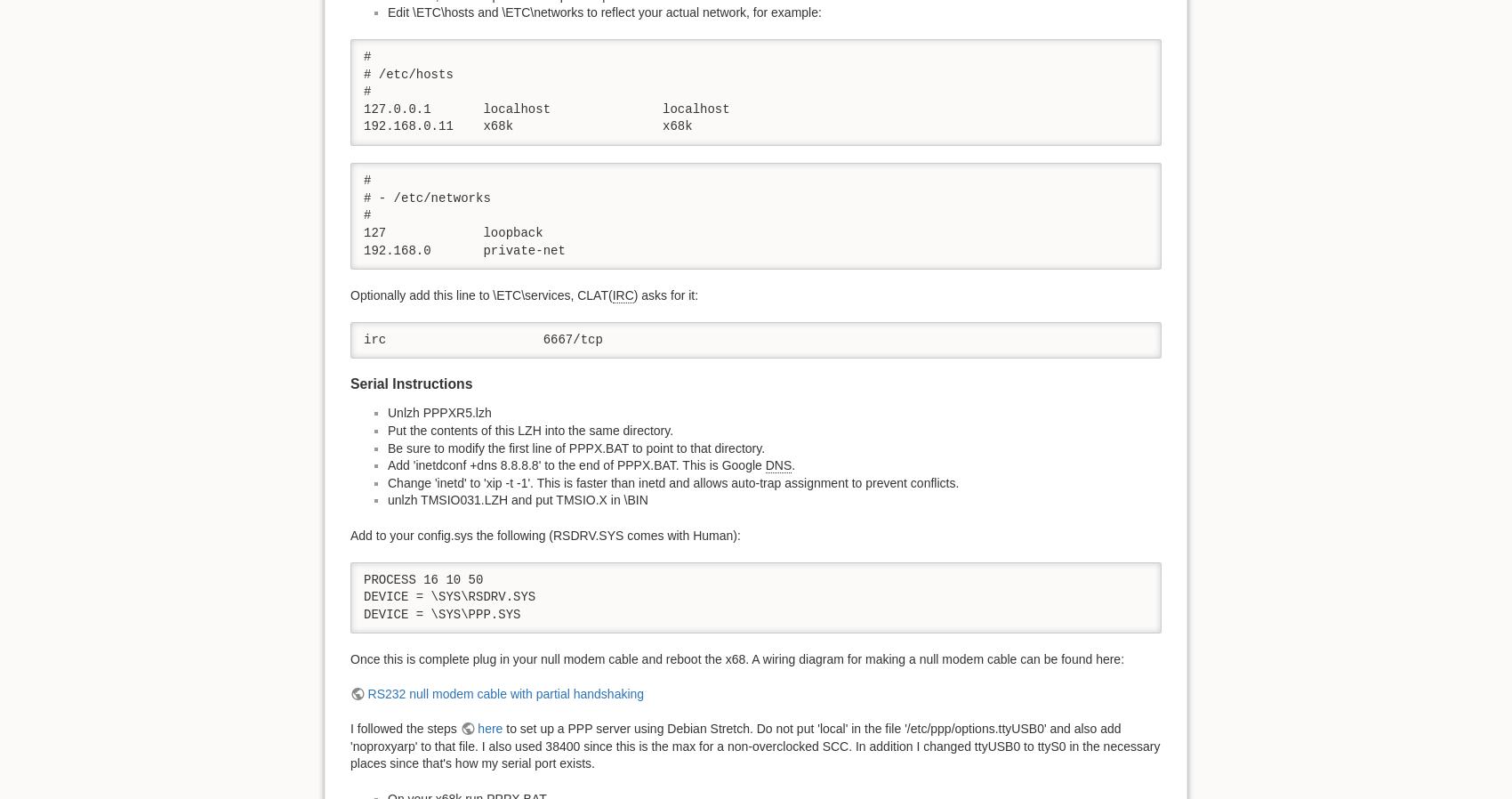 The image size is (1512, 799). What do you see at coordinates (576, 464) in the screenshot?
I see `'Add 'inetdconf +dns 8.8.8.8' to the end of PPPX.BAT. This is Google'` at bounding box center [576, 464].